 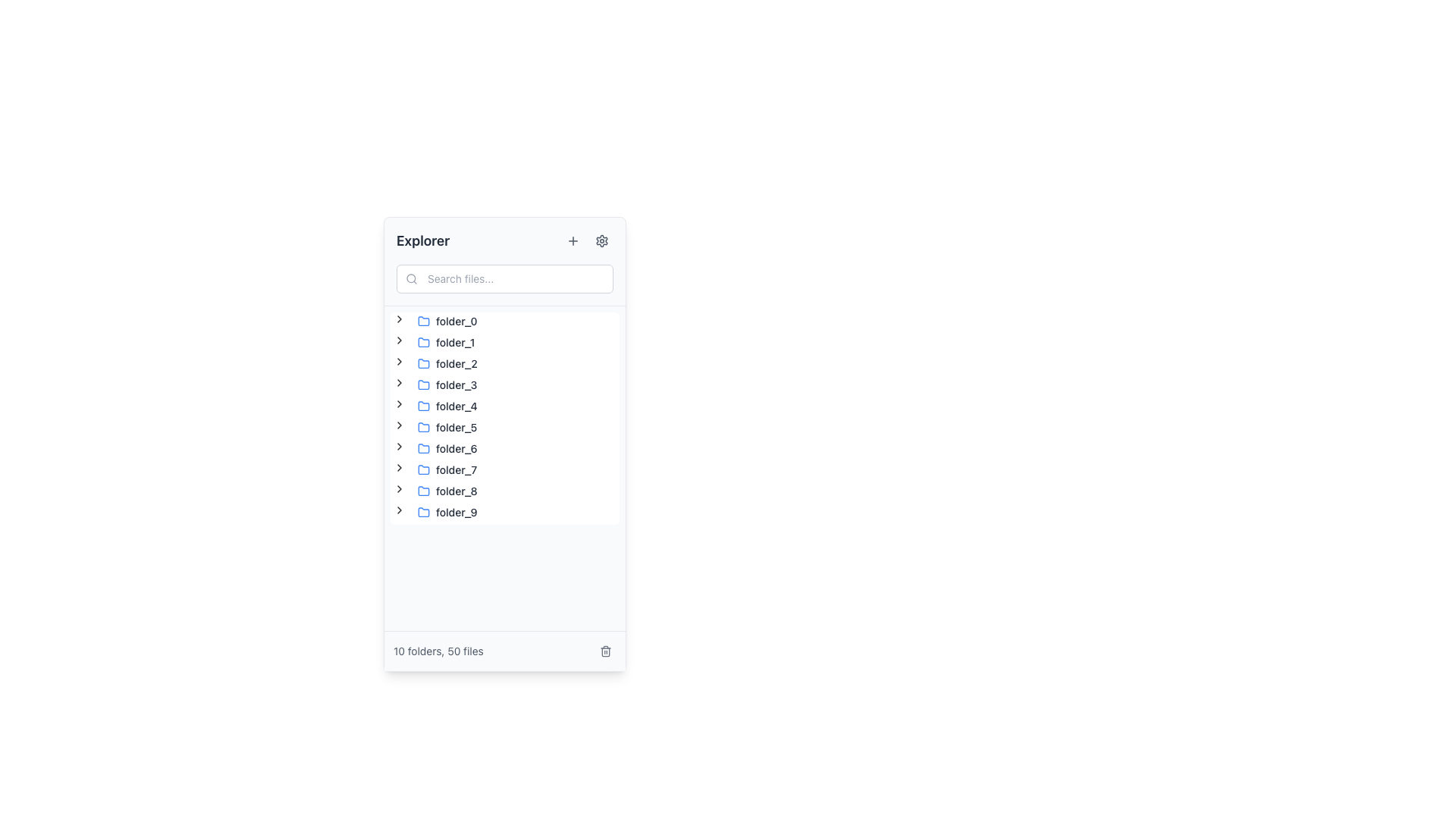 What do you see at coordinates (456, 512) in the screenshot?
I see `the text label displaying 'folder_9'` at bounding box center [456, 512].